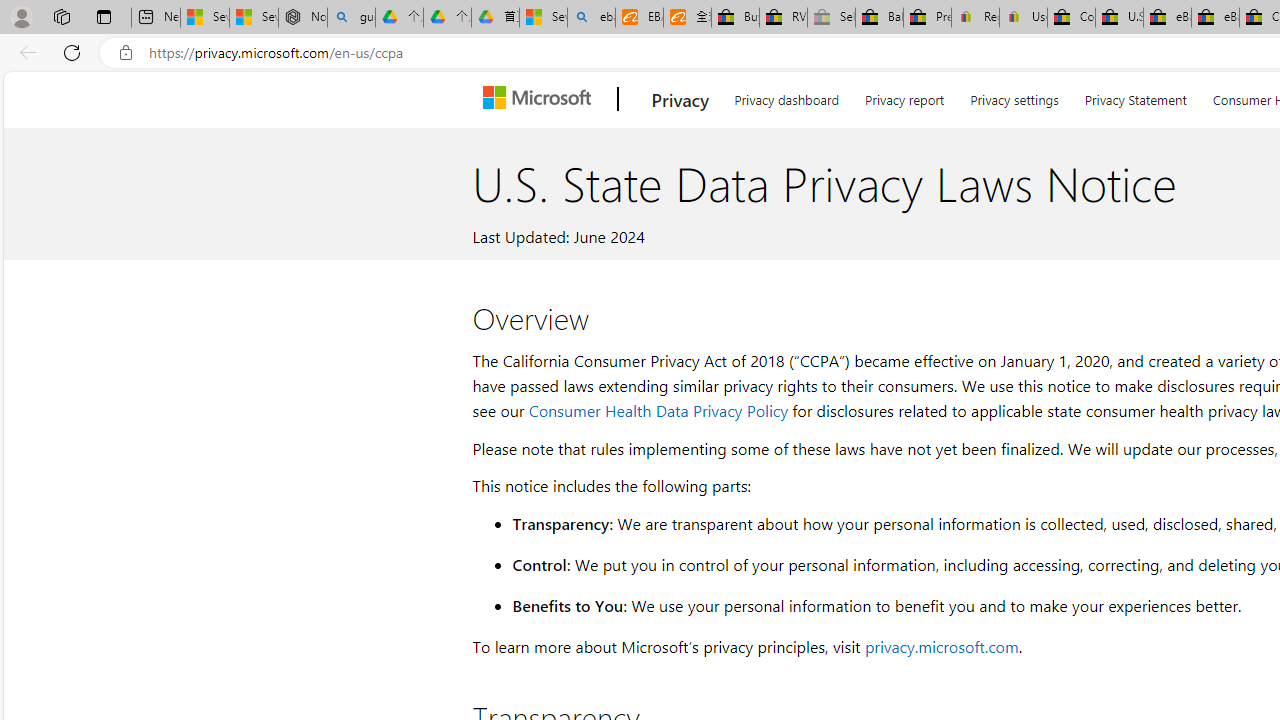 This screenshot has height=720, width=1280. What do you see at coordinates (657, 409) in the screenshot?
I see `'Consumer Health Data Privacy Policy'` at bounding box center [657, 409].